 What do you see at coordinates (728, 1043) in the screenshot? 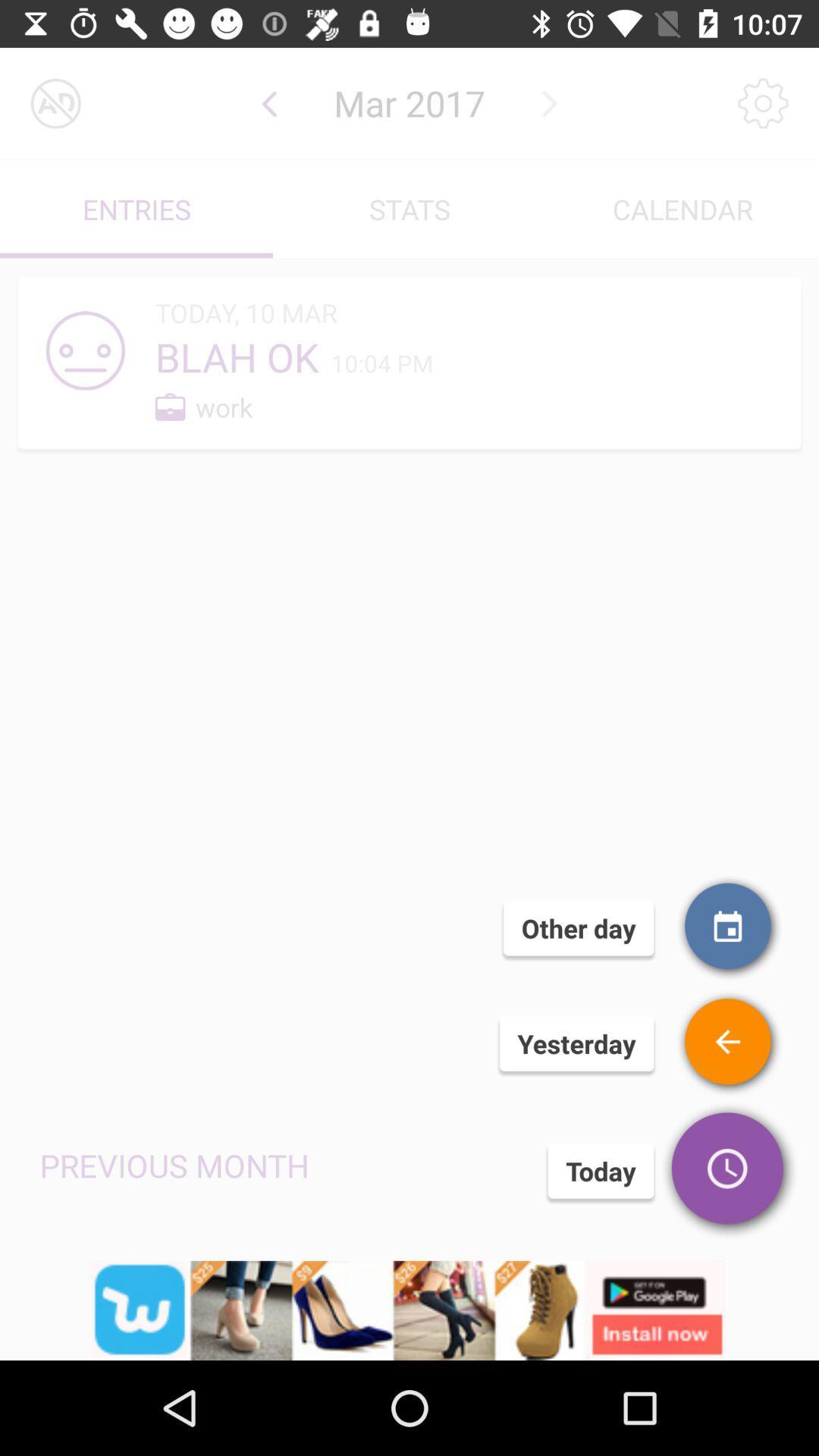
I see `review` at bounding box center [728, 1043].